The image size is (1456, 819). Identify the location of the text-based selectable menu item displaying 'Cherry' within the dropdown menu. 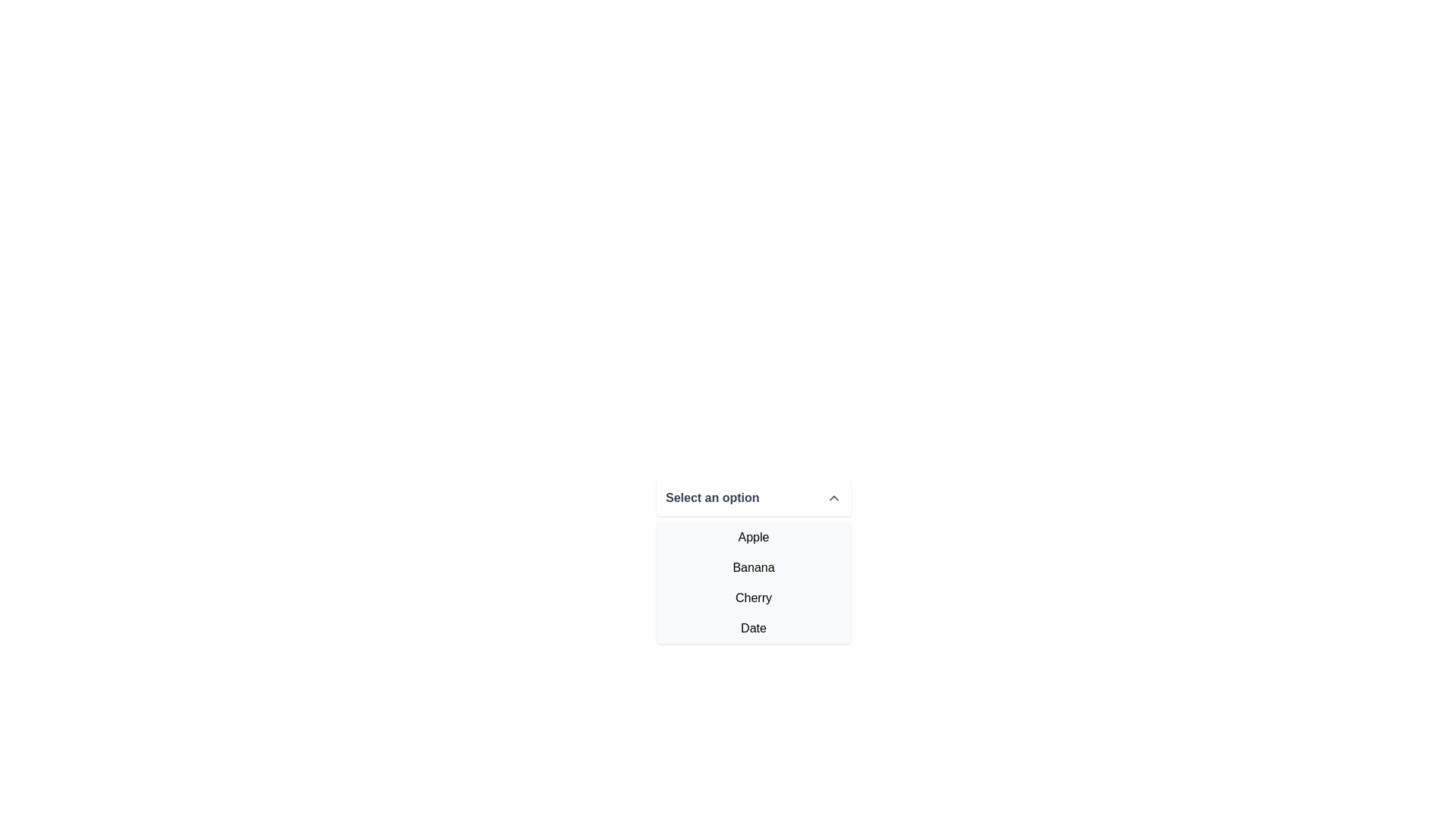
(753, 598).